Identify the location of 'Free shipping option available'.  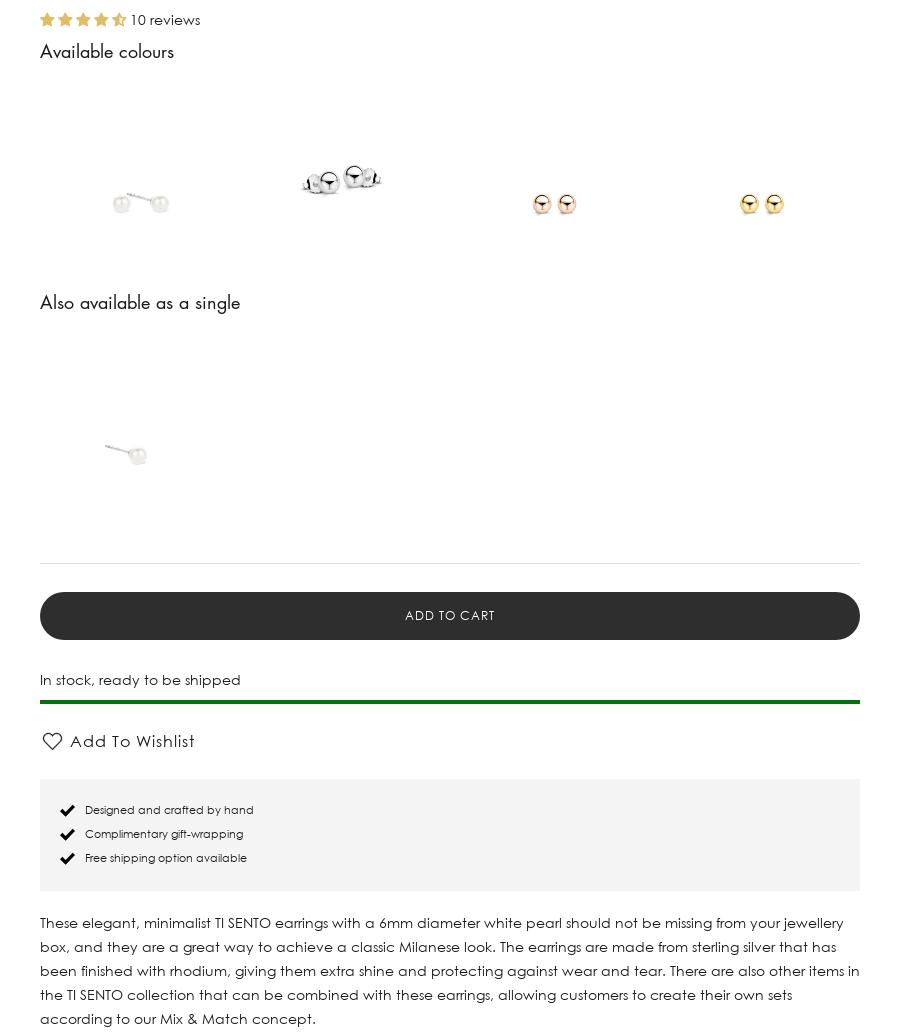
(165, 855).